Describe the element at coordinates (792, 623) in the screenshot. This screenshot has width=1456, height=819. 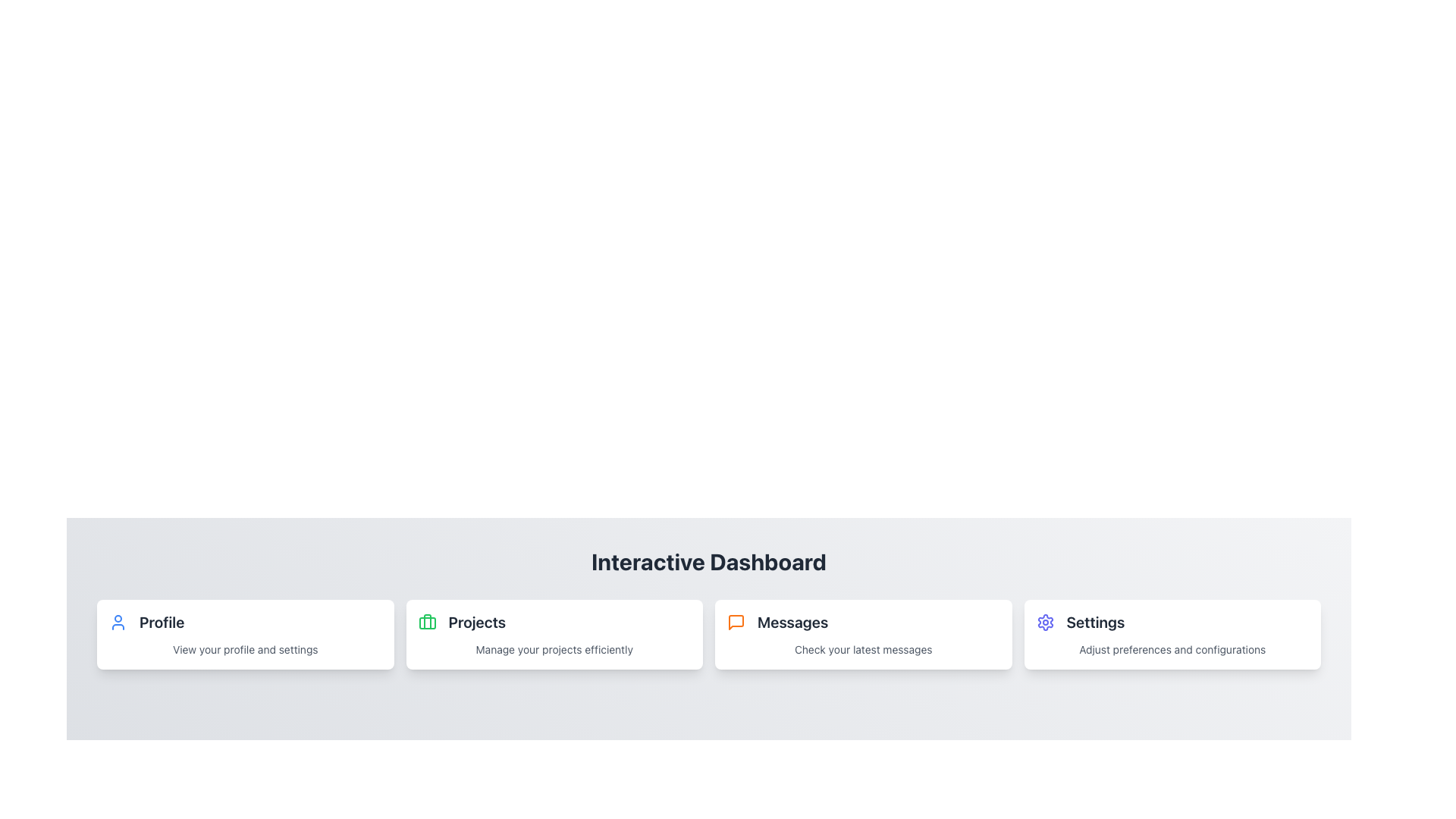
I see `the 'Messages' text label styled in bold, dark font, located on the Interactive Dashboard, positioned to the right of an orange icon` at that location.